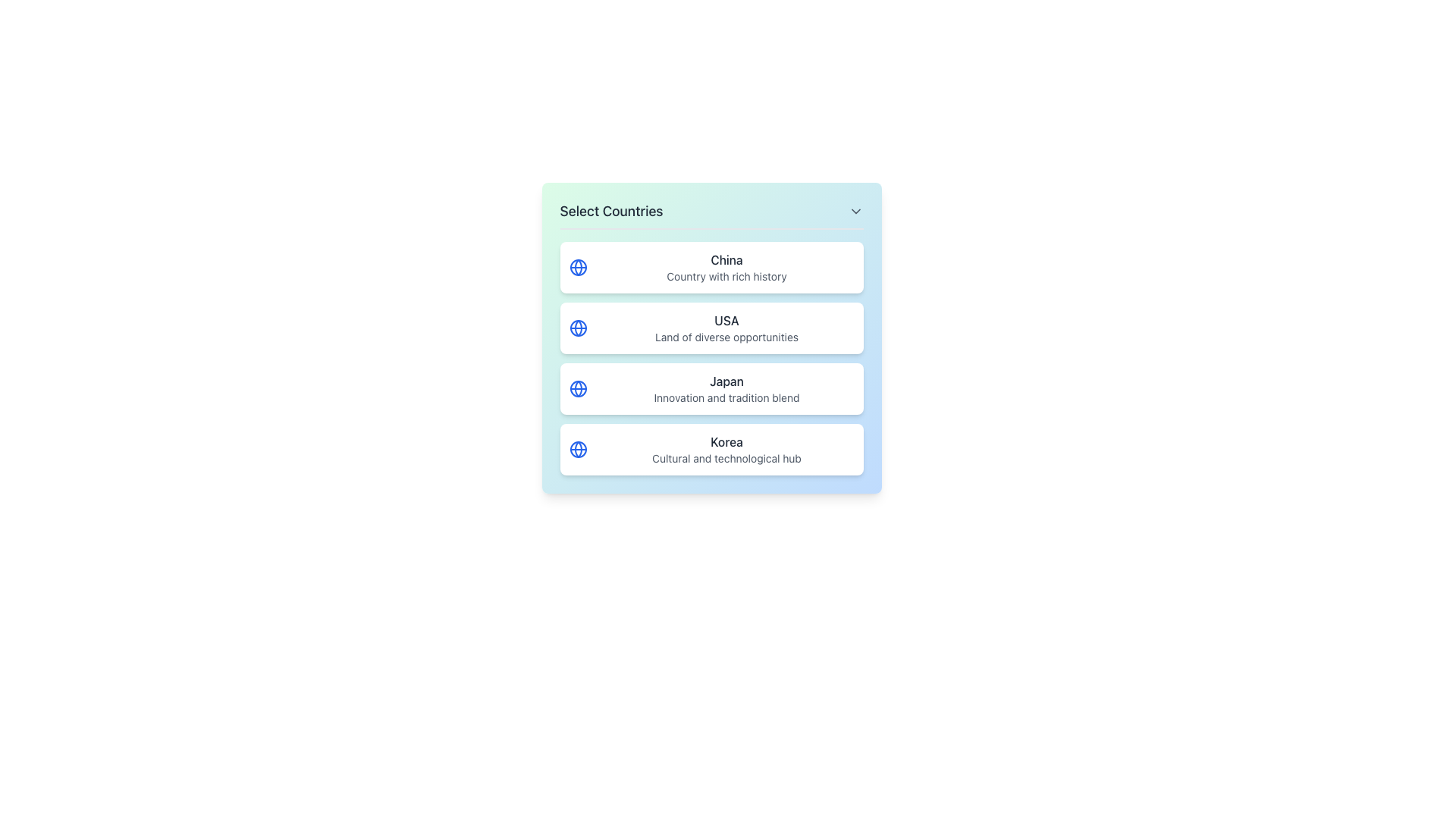  What do you see at coordinates (711, 449) in the screenshot?
I see `the selection button for Korea located at the bottom of the 'Select Countries' list` at bounding box center [711, 449].